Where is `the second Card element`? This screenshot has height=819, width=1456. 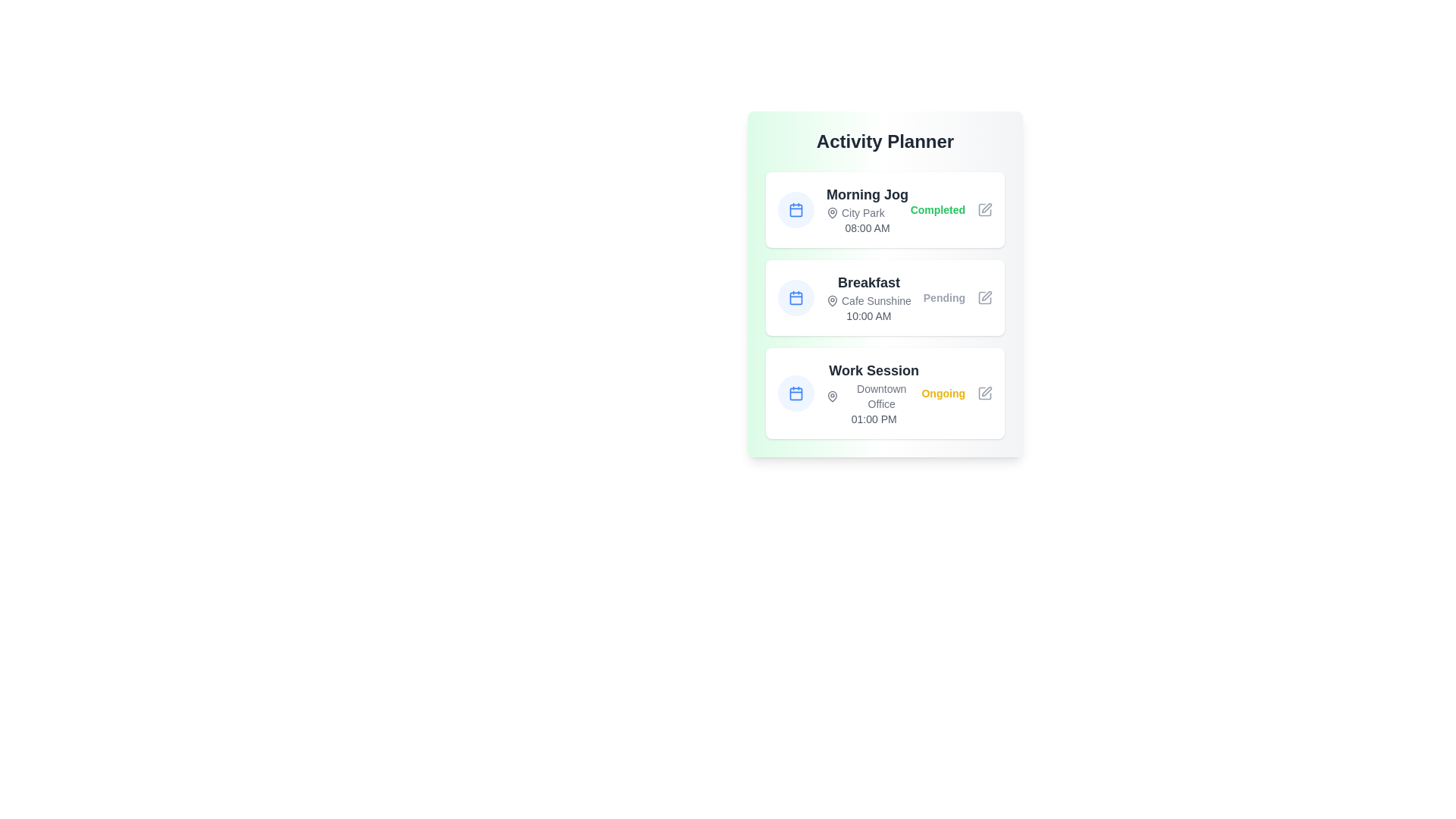 the second Card element is located at coordinates (885, 298).